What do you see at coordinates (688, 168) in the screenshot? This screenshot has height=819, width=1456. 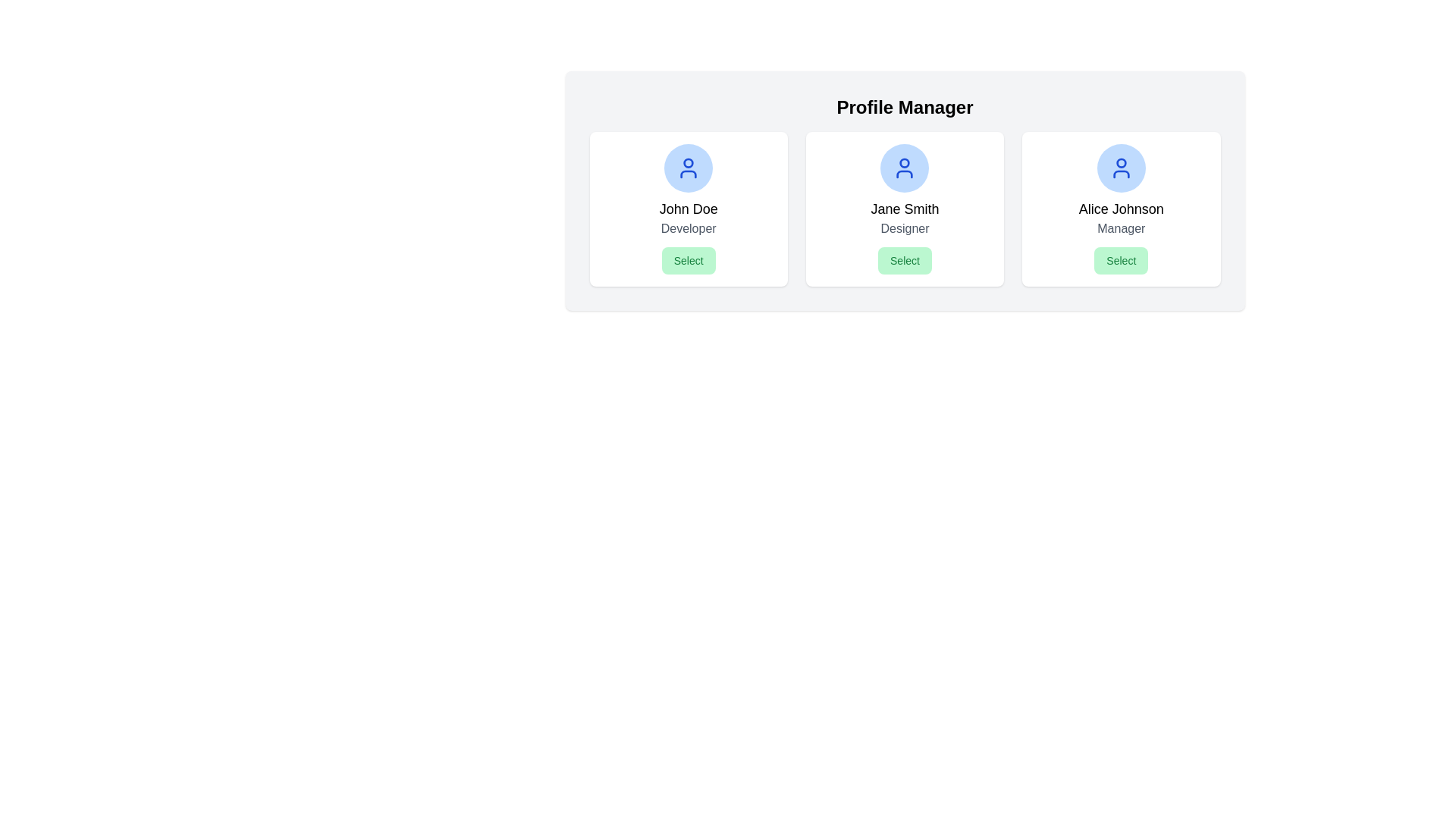 I see `the user profile icon for 'John Doe' located at the top center of the card to interact with it` at bounding box center [688, 168].